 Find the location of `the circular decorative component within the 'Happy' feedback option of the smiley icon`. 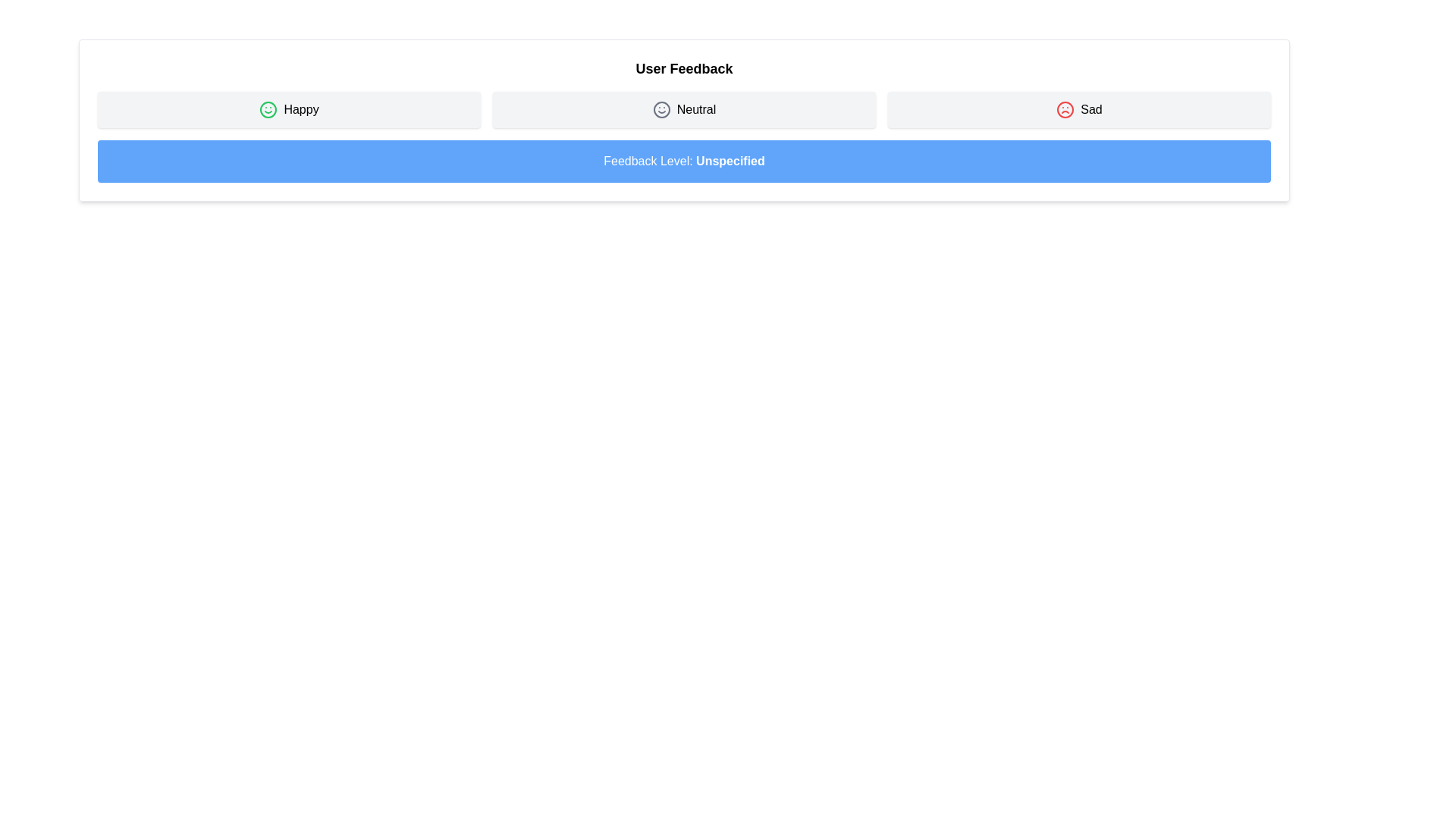

the circular decorative component within the 'Happy' feedback option of the smiley icon is located at coordinates (268, 109).